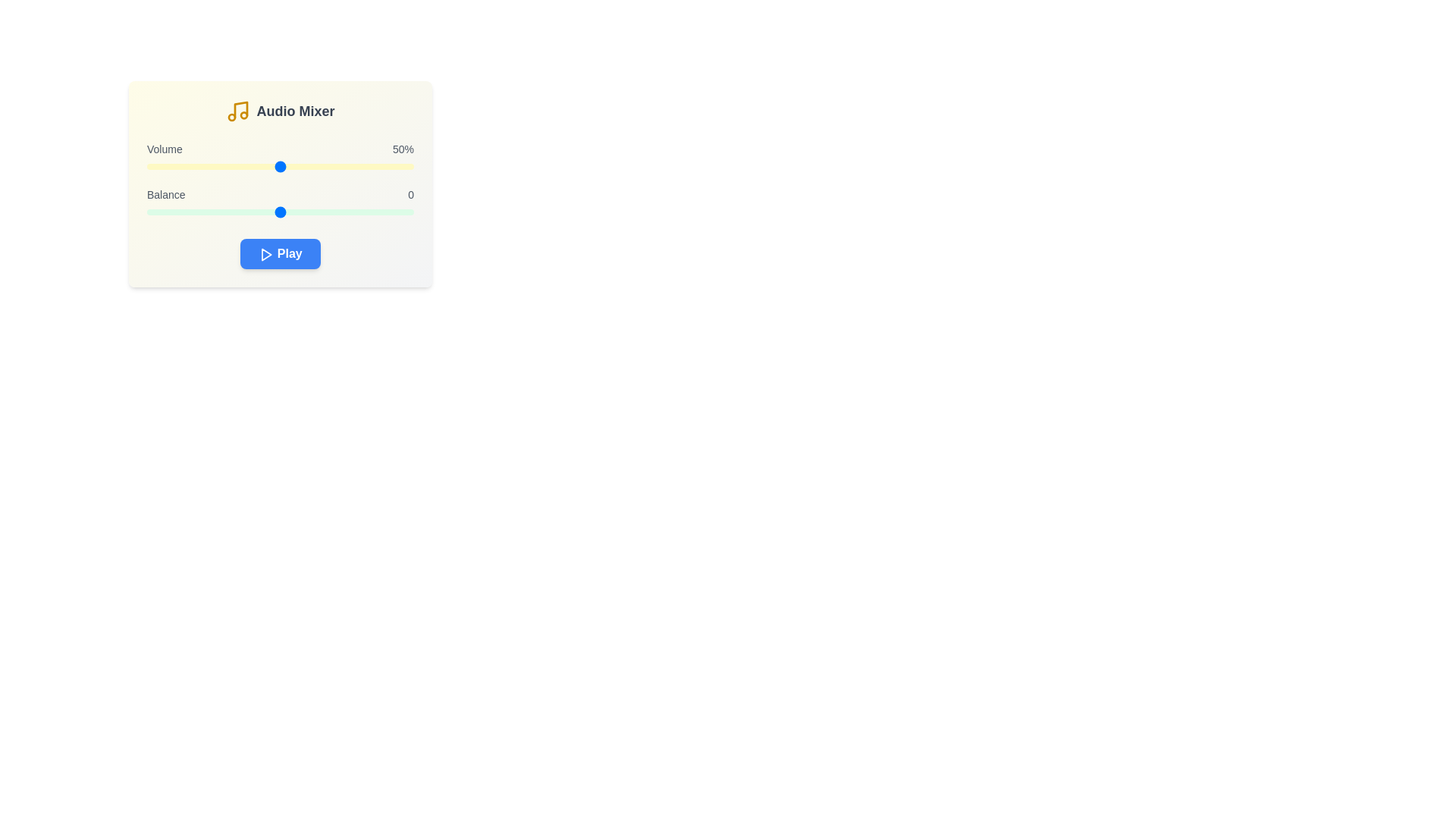 Image resolution: width=1456 pixels, height=819 pixels. I want to click on the volume slider located below the text 'Volume50%' and above the 'Balance' slider to receive tooltip feedback, so click(280, 158).